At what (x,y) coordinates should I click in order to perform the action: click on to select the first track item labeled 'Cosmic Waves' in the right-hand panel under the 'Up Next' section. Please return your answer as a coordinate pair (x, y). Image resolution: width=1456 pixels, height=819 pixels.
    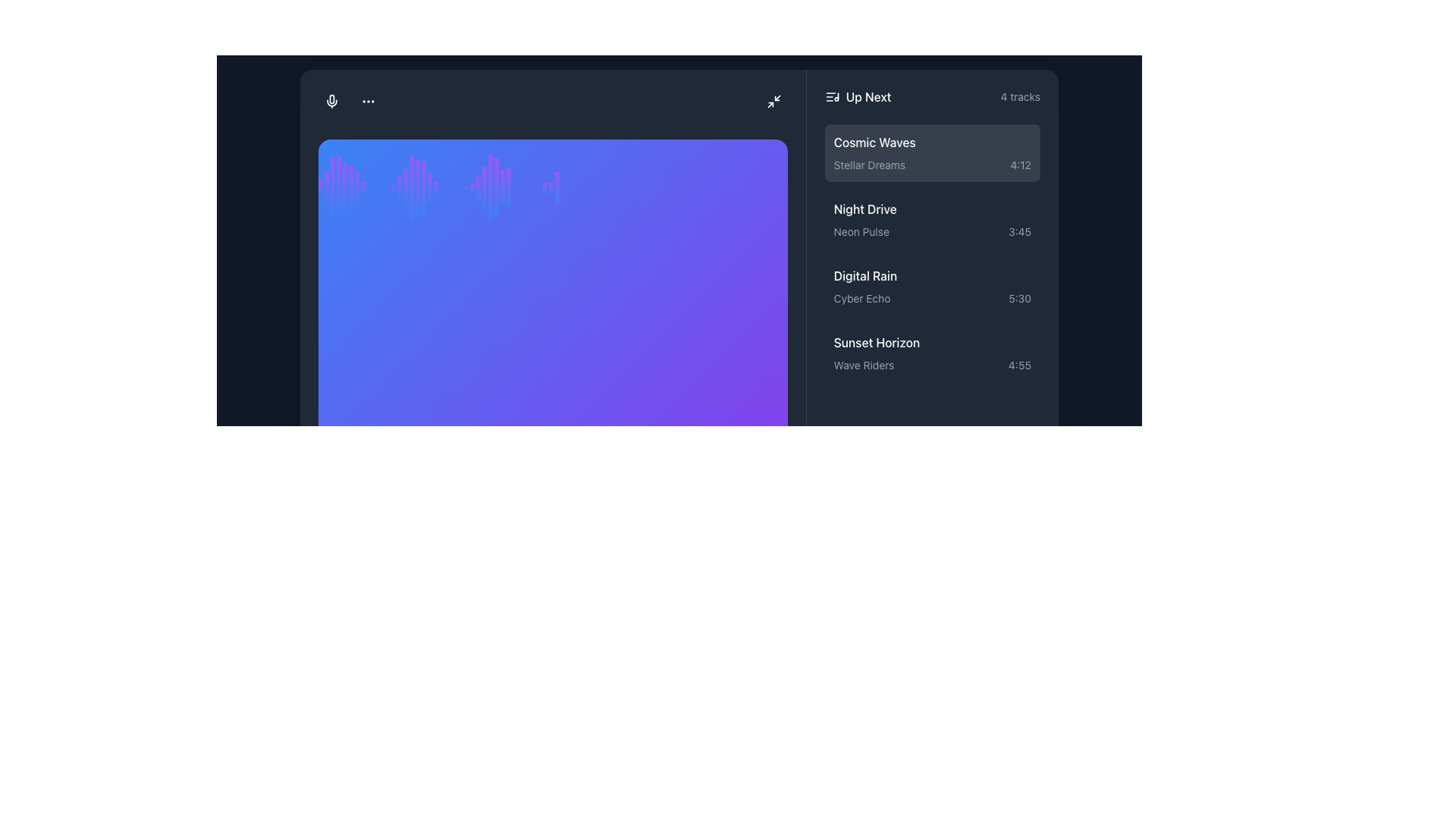
    Looking at the image, I should click on (931, 152).